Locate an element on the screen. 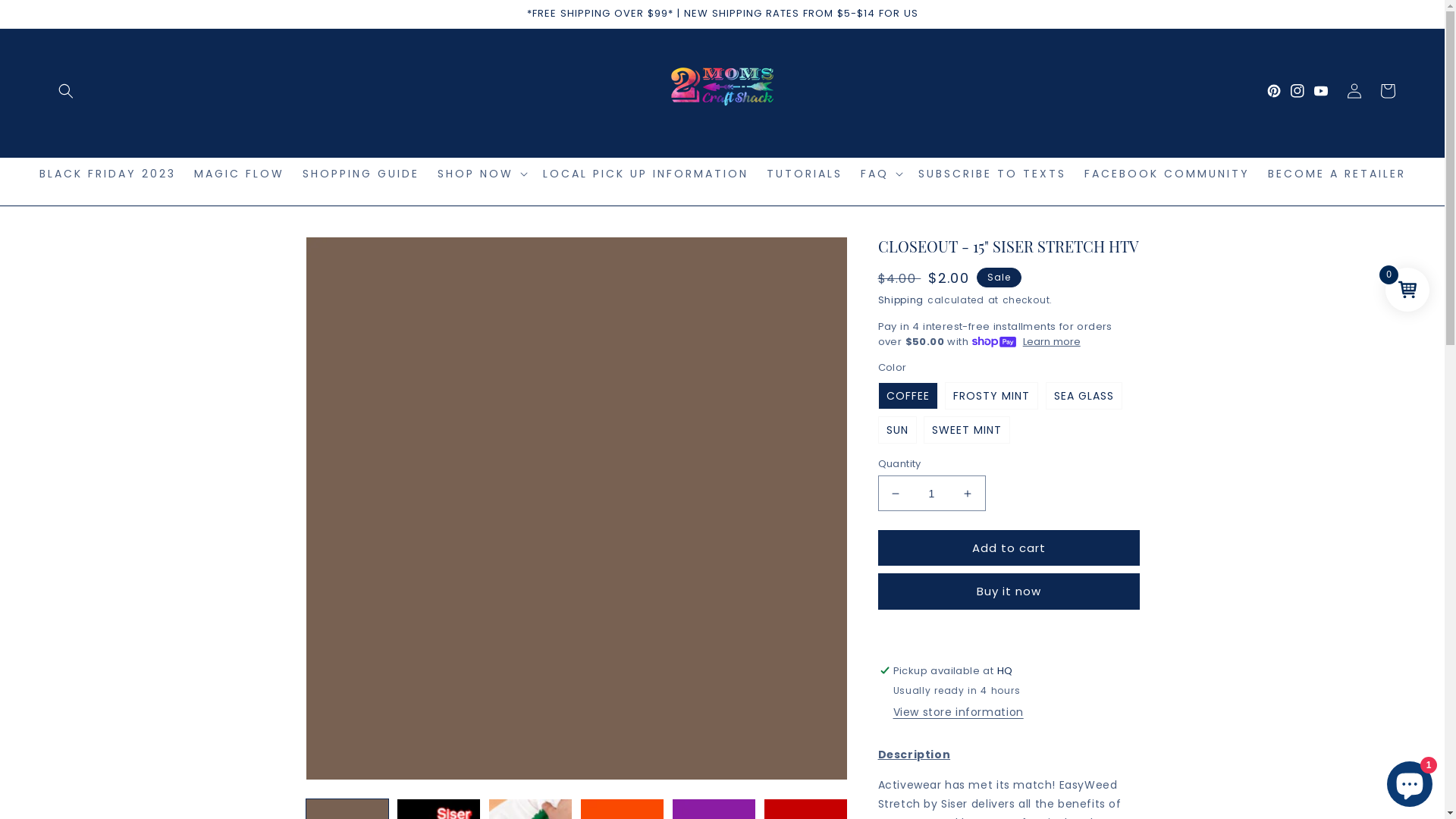 This screenshot has width=1456, height=819. 'TUTORIALS' is located at coordinates (803, 172).